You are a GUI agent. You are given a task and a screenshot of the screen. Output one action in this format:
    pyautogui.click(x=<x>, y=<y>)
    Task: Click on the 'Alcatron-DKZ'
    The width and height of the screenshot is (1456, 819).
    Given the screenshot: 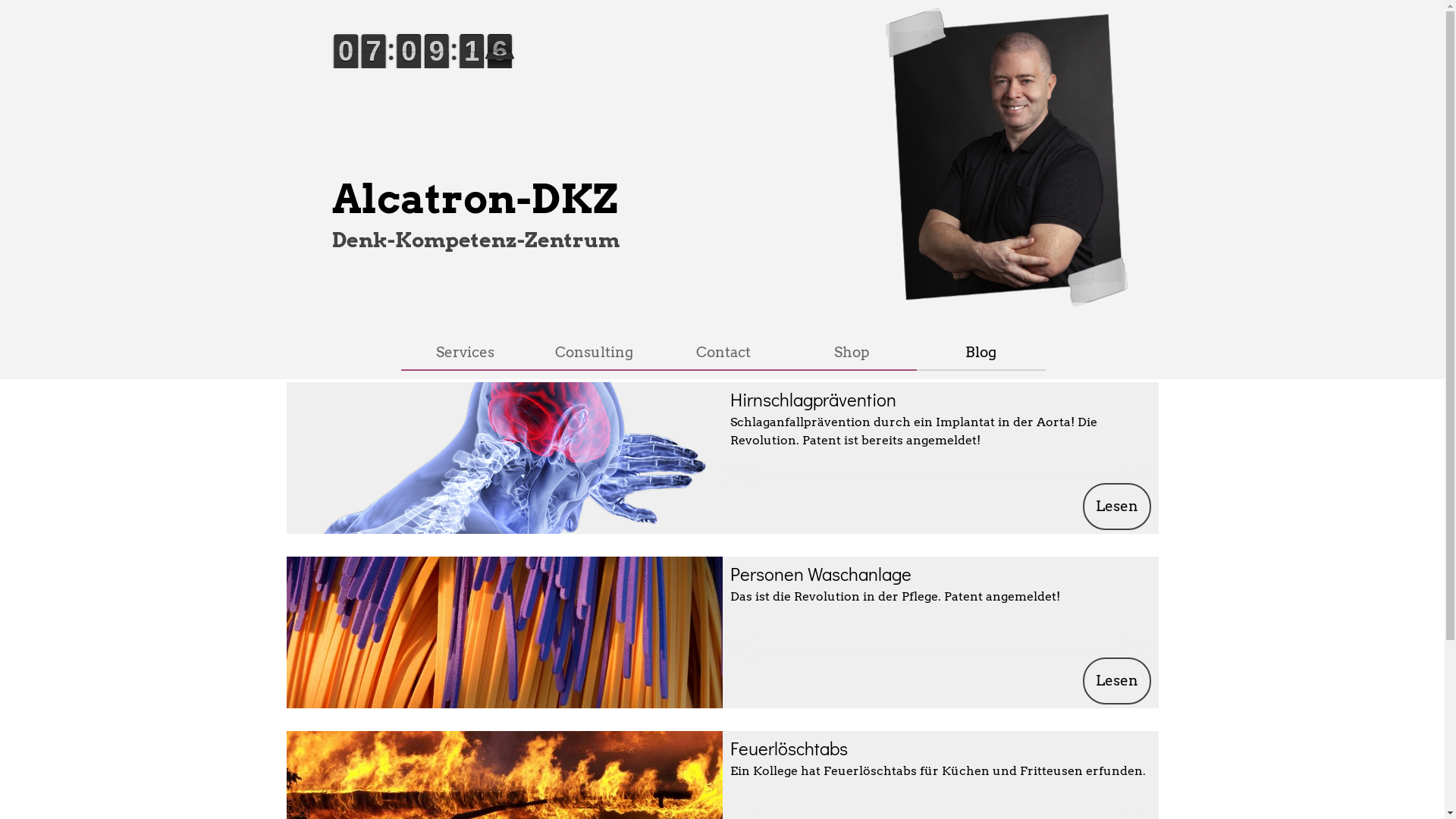 What is the action you would take?
    pyautogui.click(x=474, y=198)
    